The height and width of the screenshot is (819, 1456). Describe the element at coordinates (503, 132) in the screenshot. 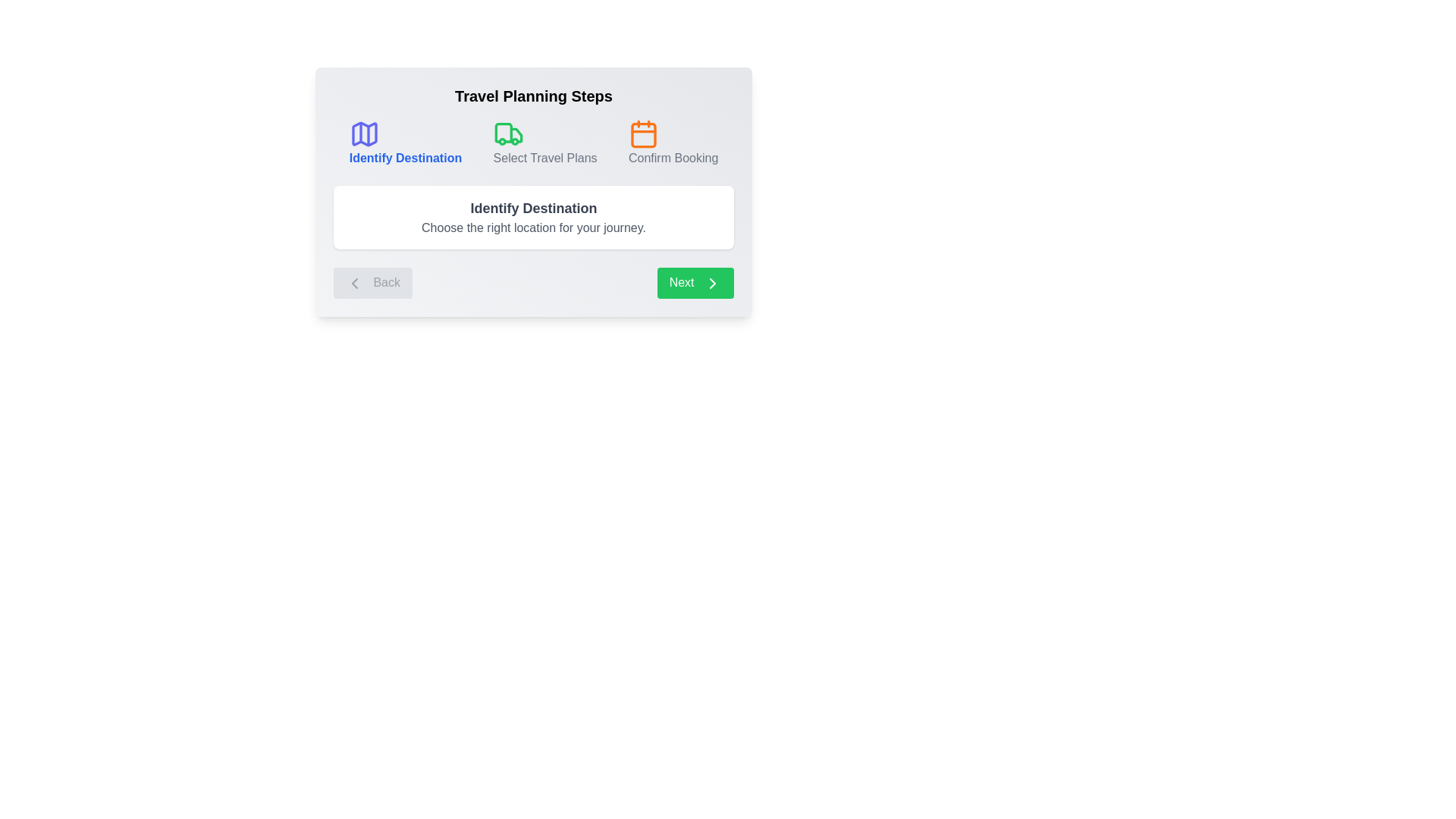

I see `the vertical gray line that forms the lower part of the truck cabin structure in the truck icon` at that location.